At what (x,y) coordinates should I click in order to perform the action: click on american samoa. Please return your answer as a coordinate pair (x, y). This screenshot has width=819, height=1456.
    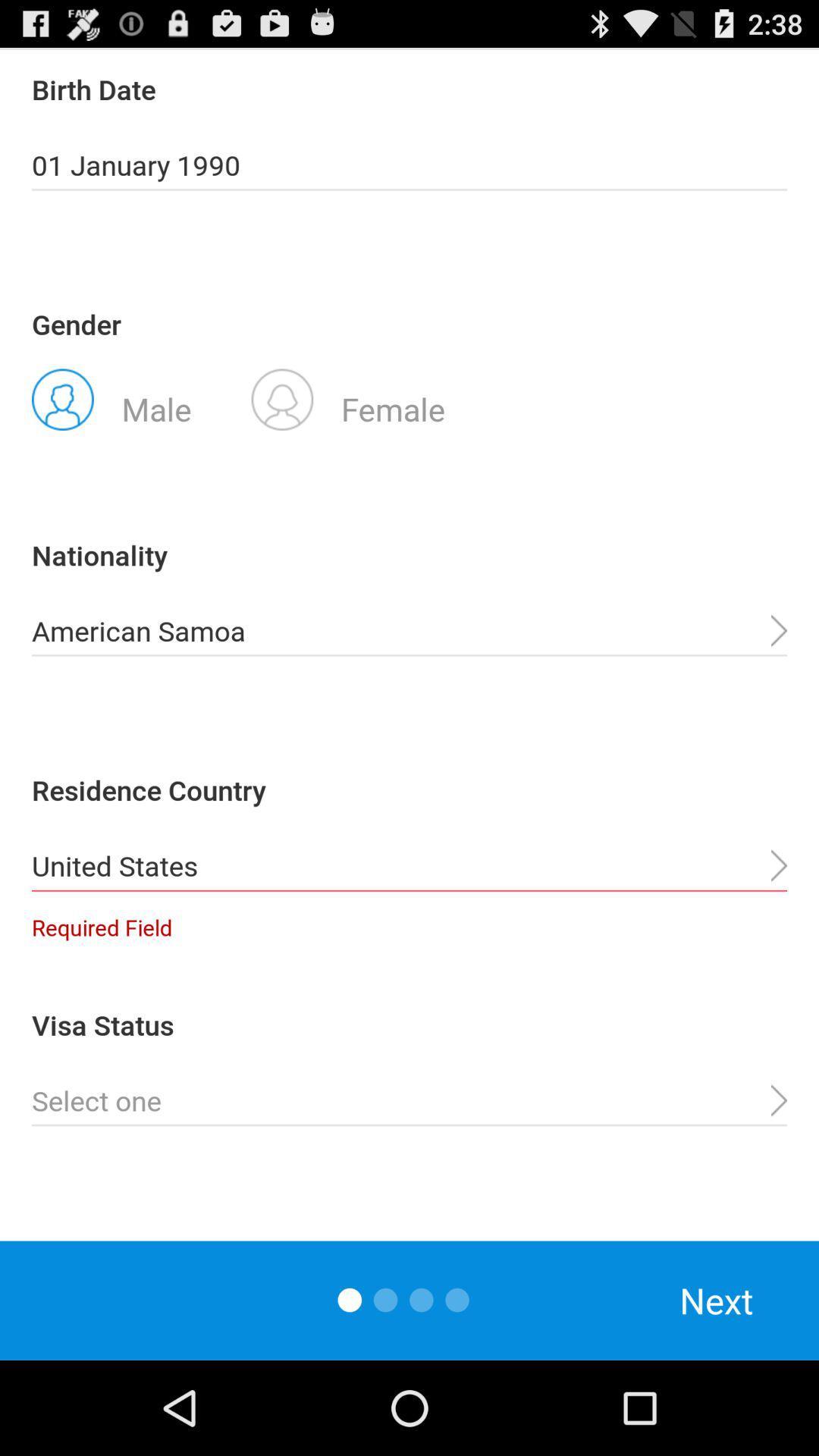
    Looking at the image, I should click on (409, 631).